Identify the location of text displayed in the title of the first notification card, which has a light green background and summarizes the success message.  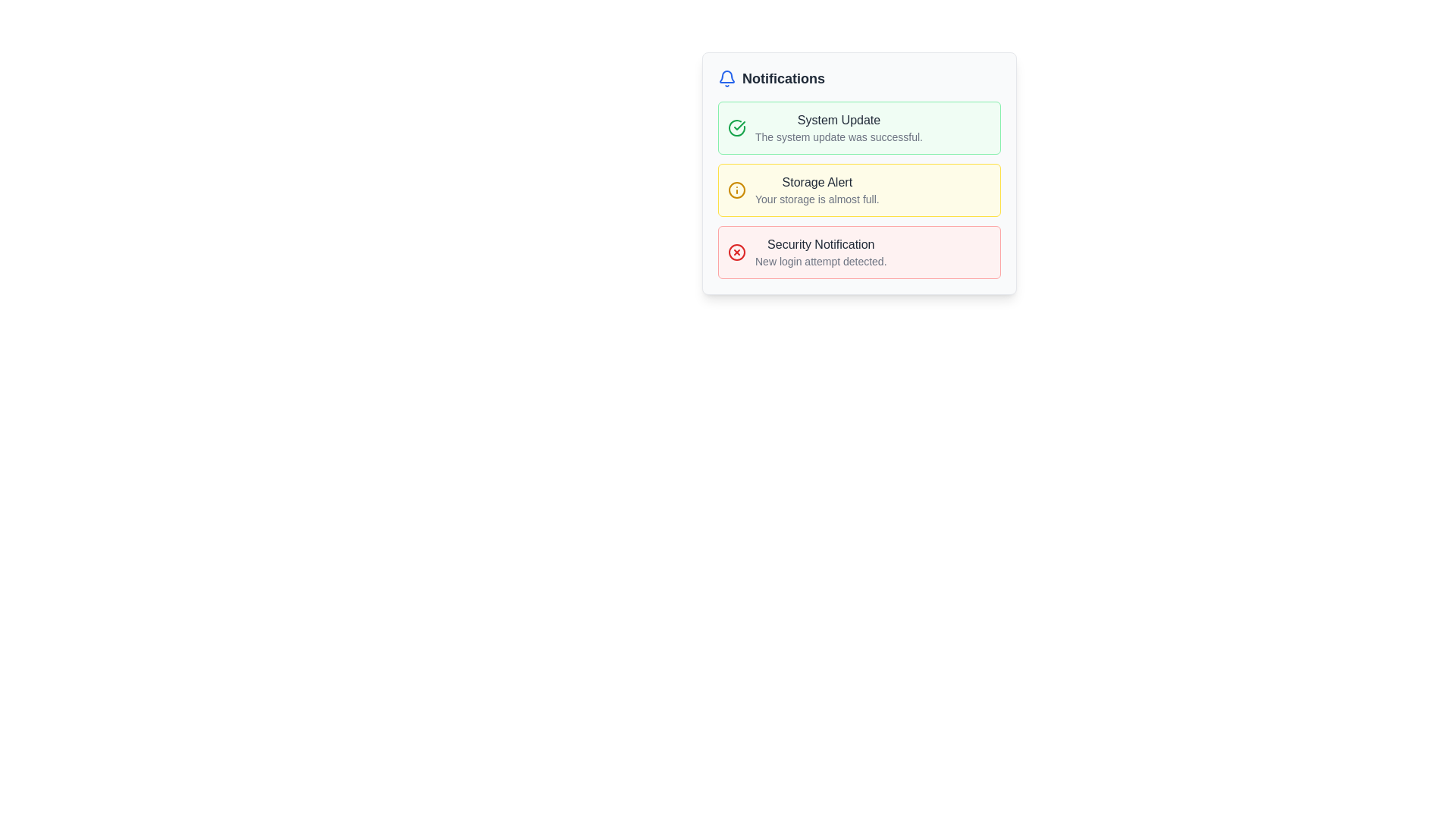
(838, 119).